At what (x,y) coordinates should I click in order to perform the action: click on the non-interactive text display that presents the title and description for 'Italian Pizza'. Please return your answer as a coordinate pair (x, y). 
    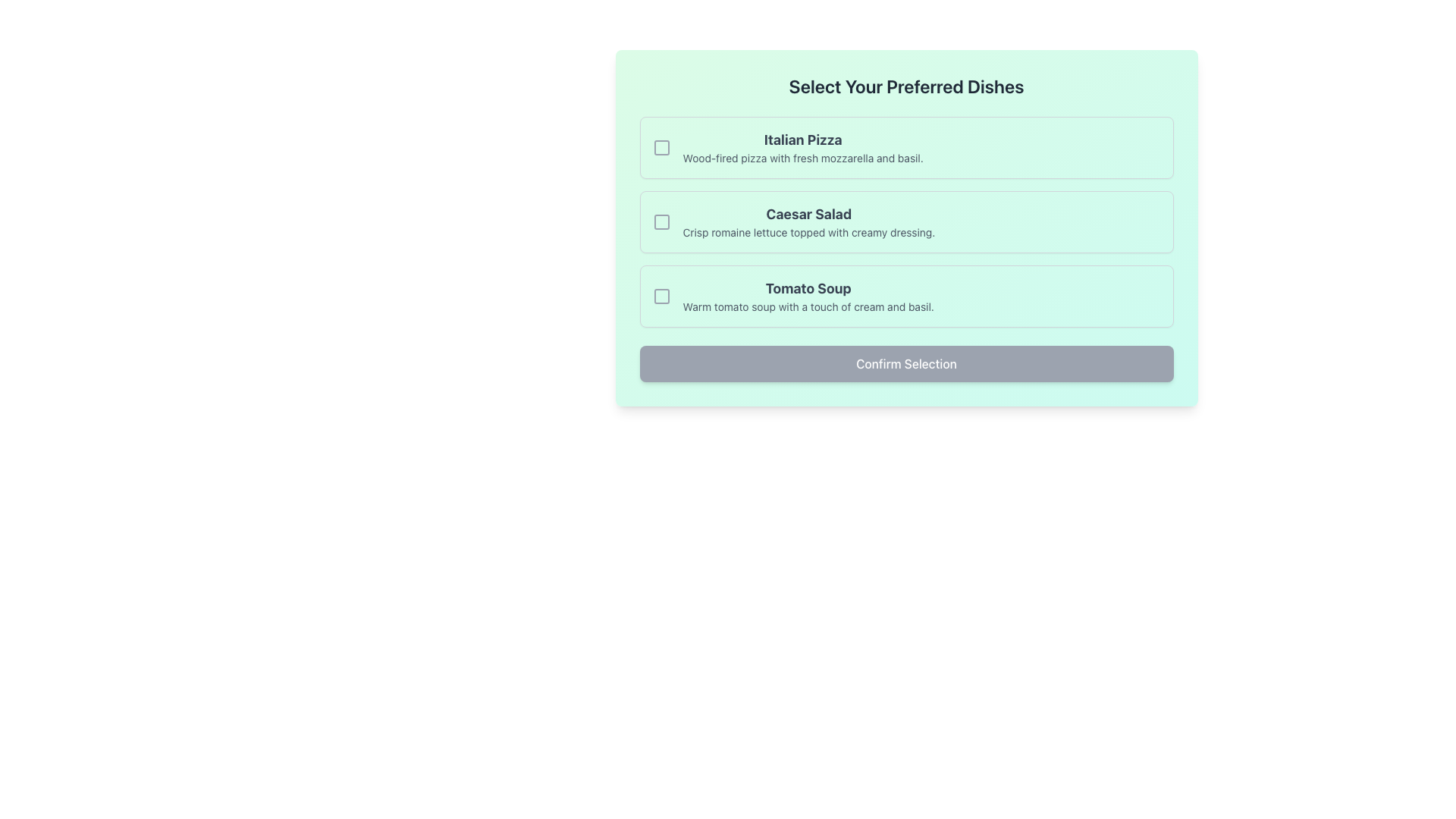
    Looking at the image, I should click on (802, 148).